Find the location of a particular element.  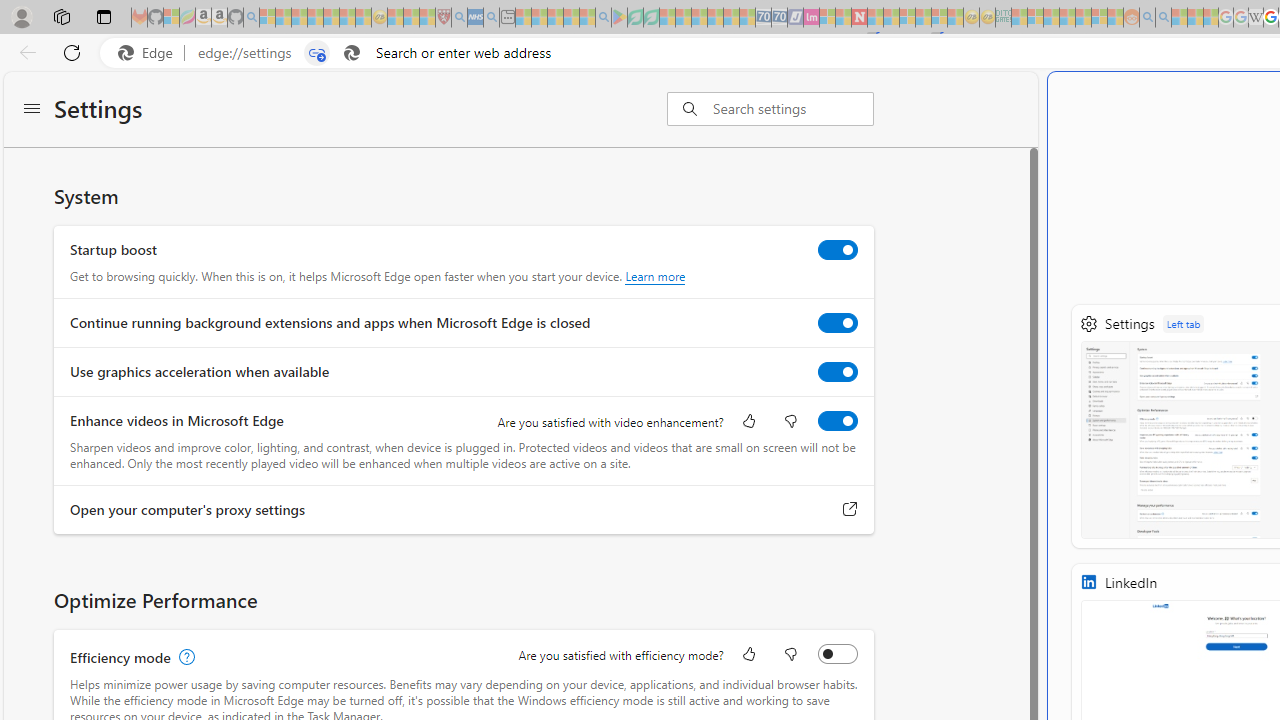

'Settings menu' is located at coordinates (32, 110).